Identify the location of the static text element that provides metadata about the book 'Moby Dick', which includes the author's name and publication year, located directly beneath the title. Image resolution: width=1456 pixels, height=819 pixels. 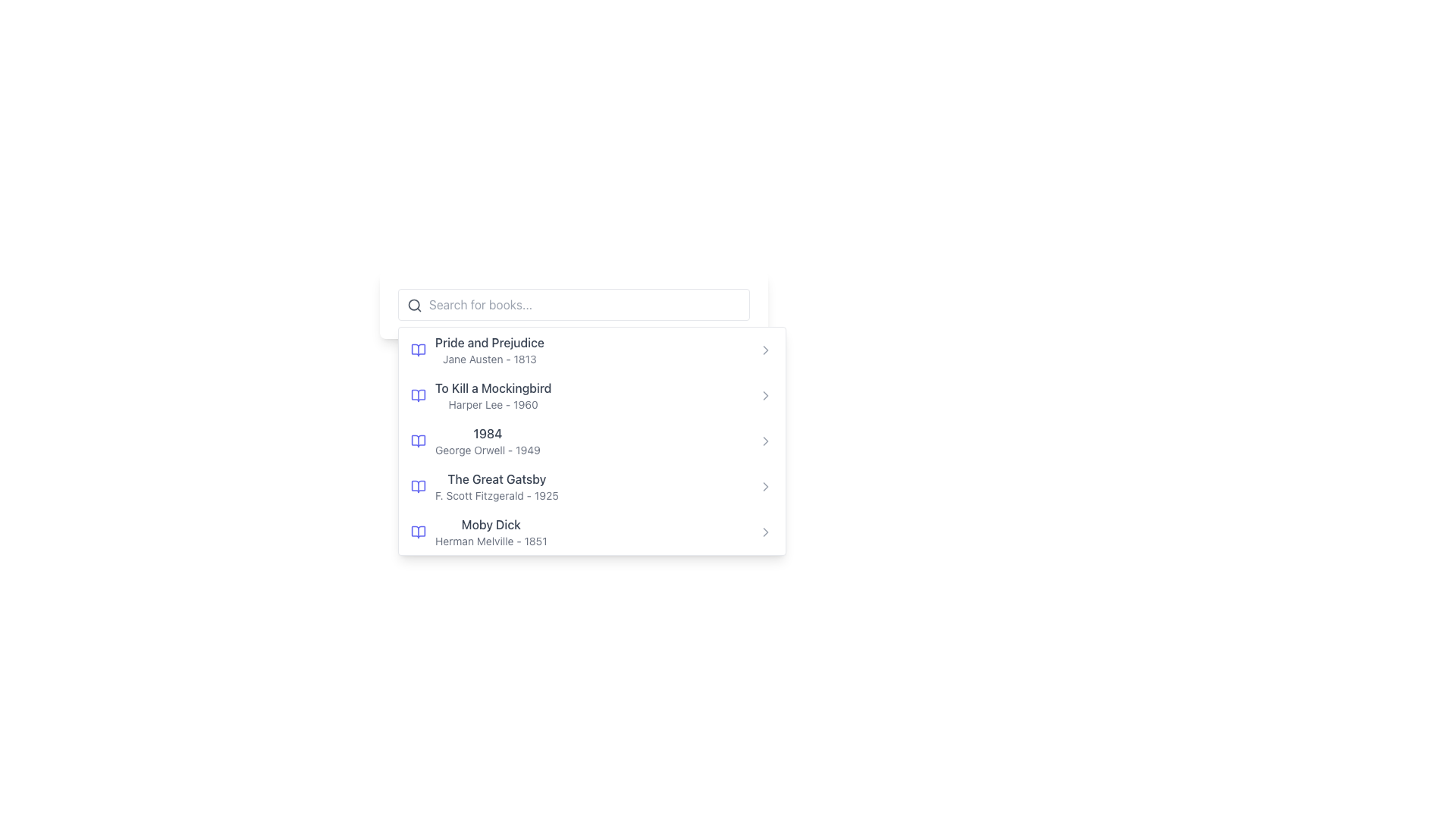
(491, 540).